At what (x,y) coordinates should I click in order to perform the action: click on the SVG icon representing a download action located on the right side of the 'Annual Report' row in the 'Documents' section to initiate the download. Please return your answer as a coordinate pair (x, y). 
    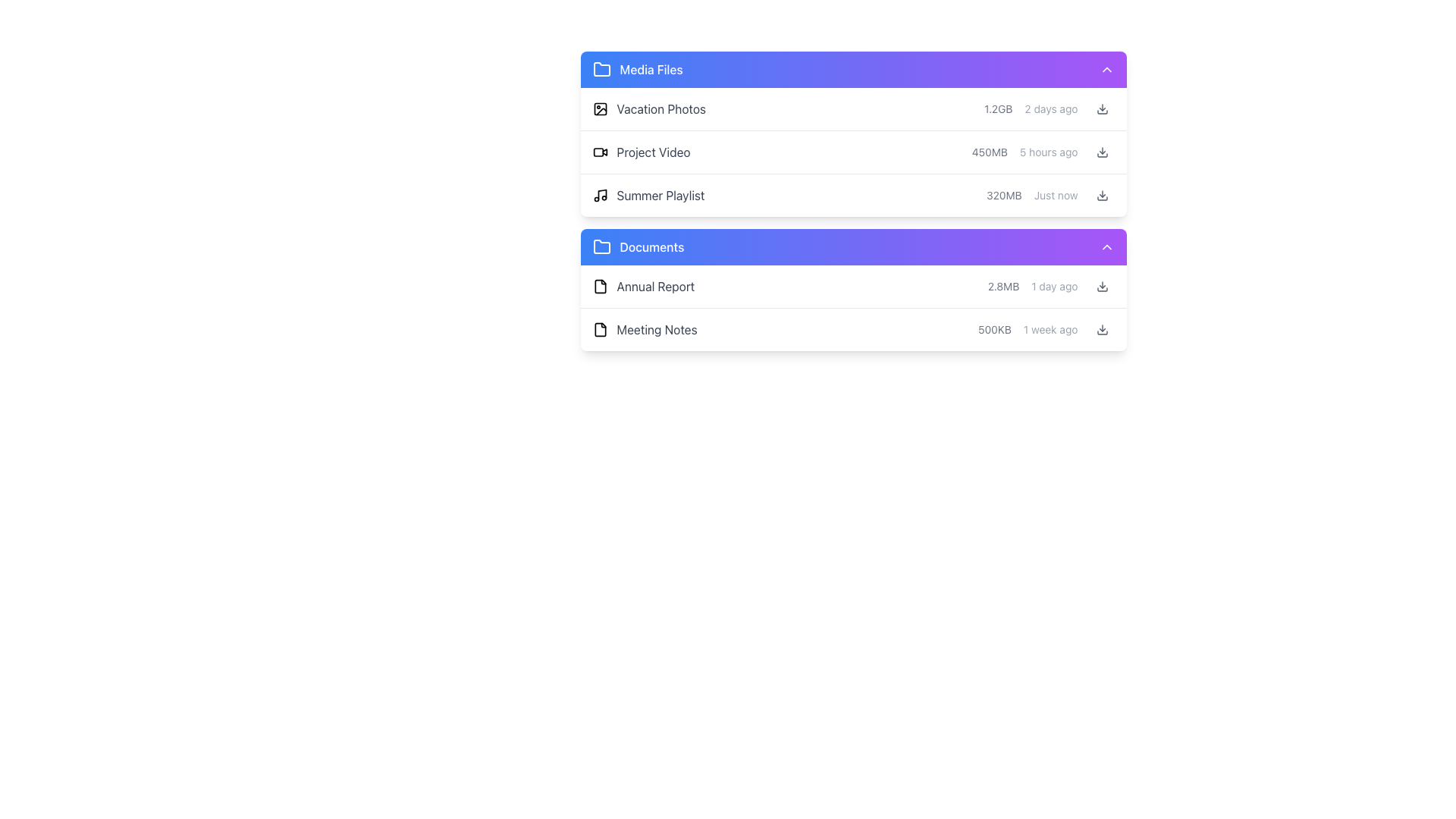
    Looking at the image, I should click on (1102, 287).